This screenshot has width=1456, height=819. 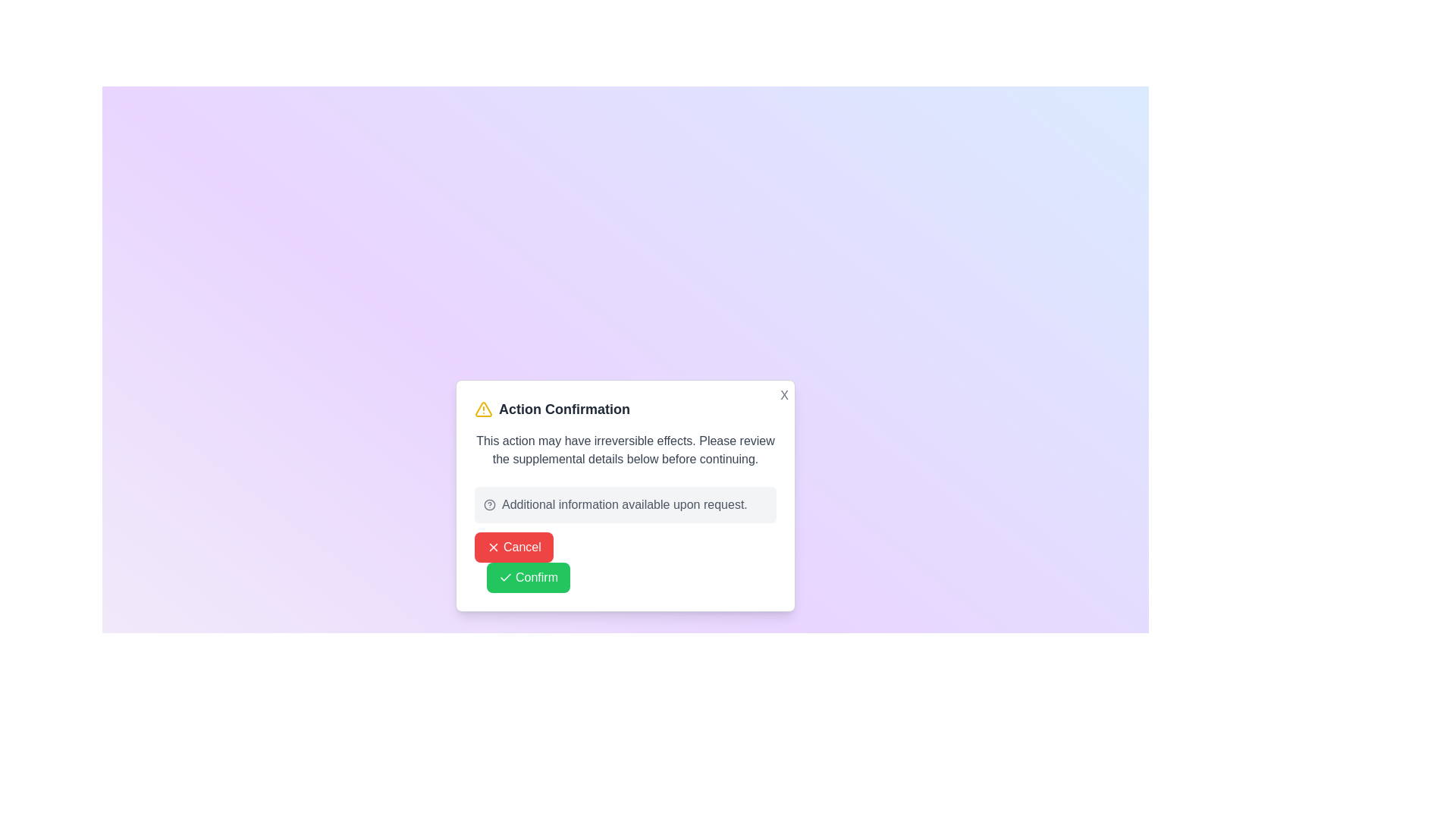 I want to click on message displayed in the confirmation dialog stating 'This action may have irreversible effects. Please review the supplemental details below before continuing.', so click(x=626, y=450).